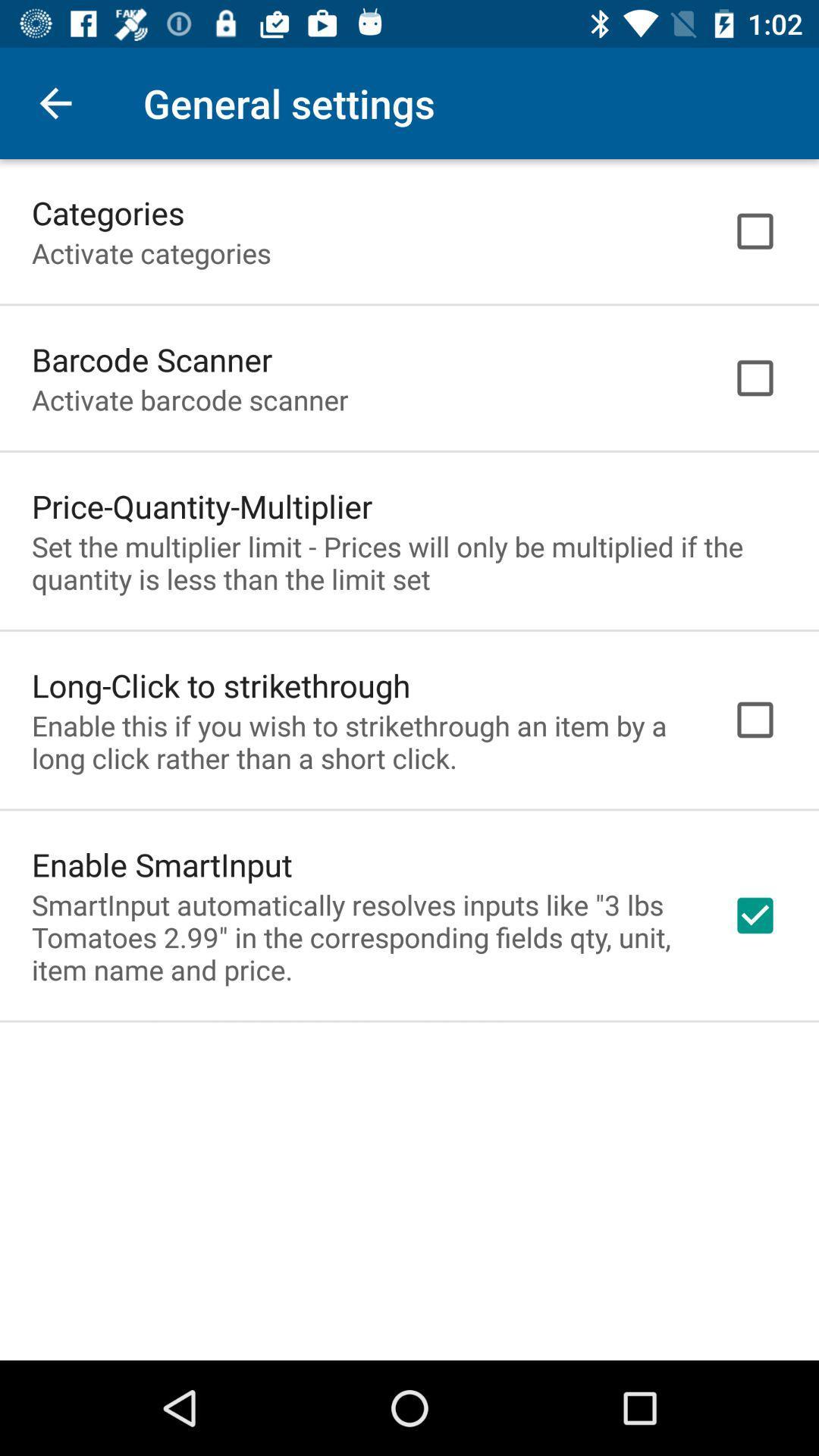 This screenshot has width=819, height=1456. I want to click on icon above enable smartinput, so click(362, 742).